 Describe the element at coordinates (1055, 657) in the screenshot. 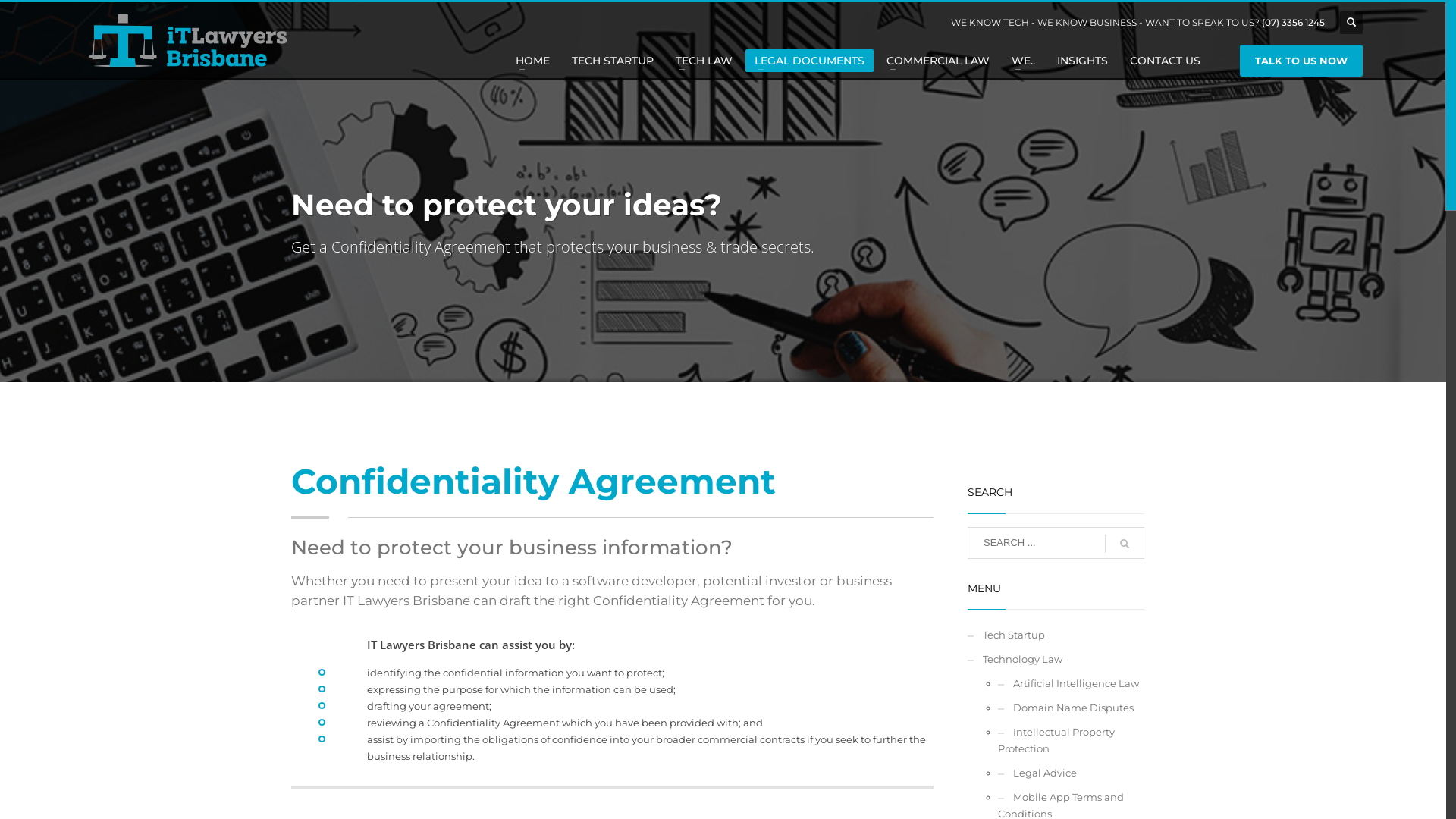

I see `'Technology Law'` at that location.